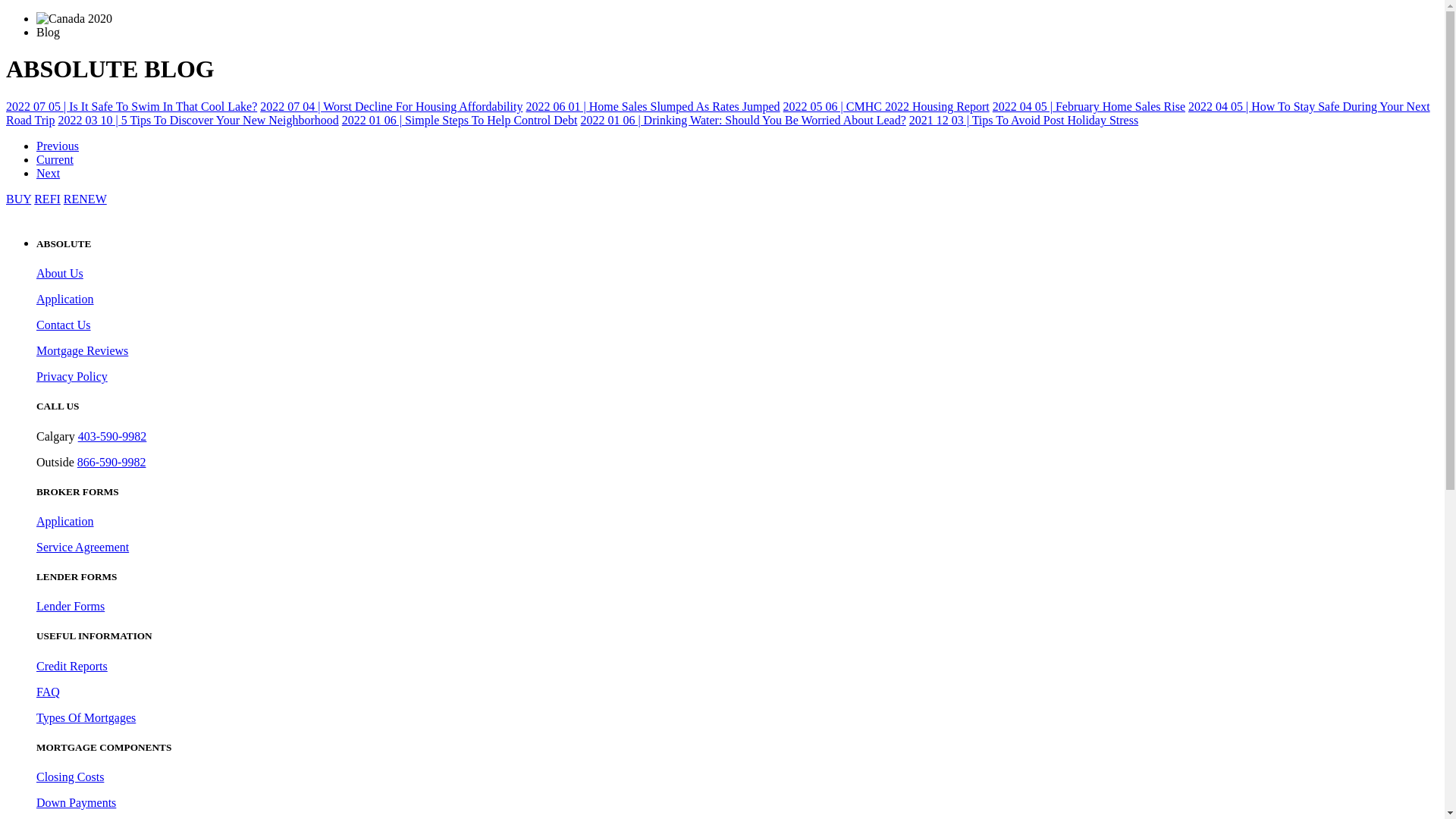  Describe the element at coordinates (62, 324) in the screenshot. I see `'Contact Us'` at that location.